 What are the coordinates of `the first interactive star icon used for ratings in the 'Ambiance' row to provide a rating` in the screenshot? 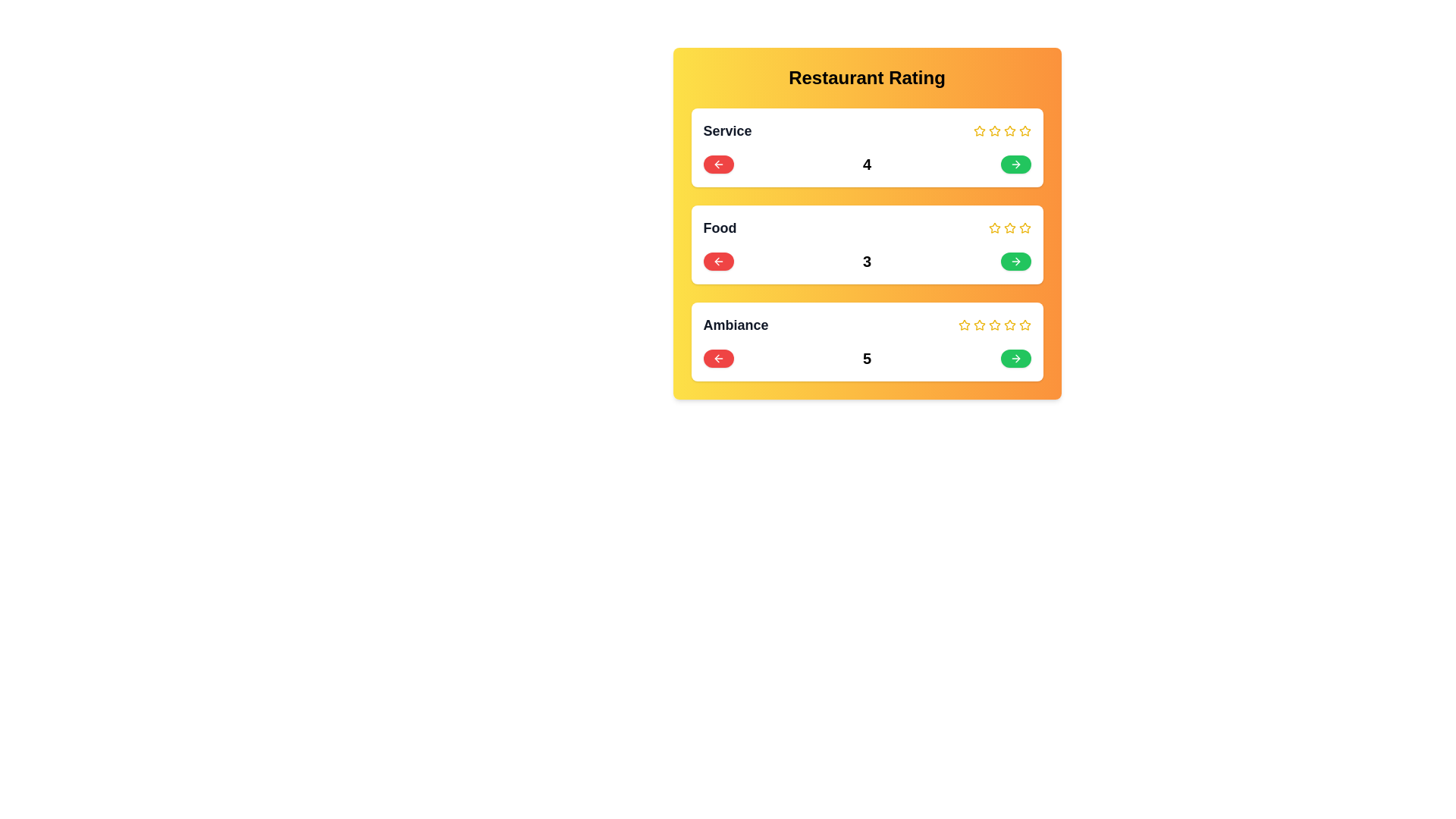 It's located at (963, 324).